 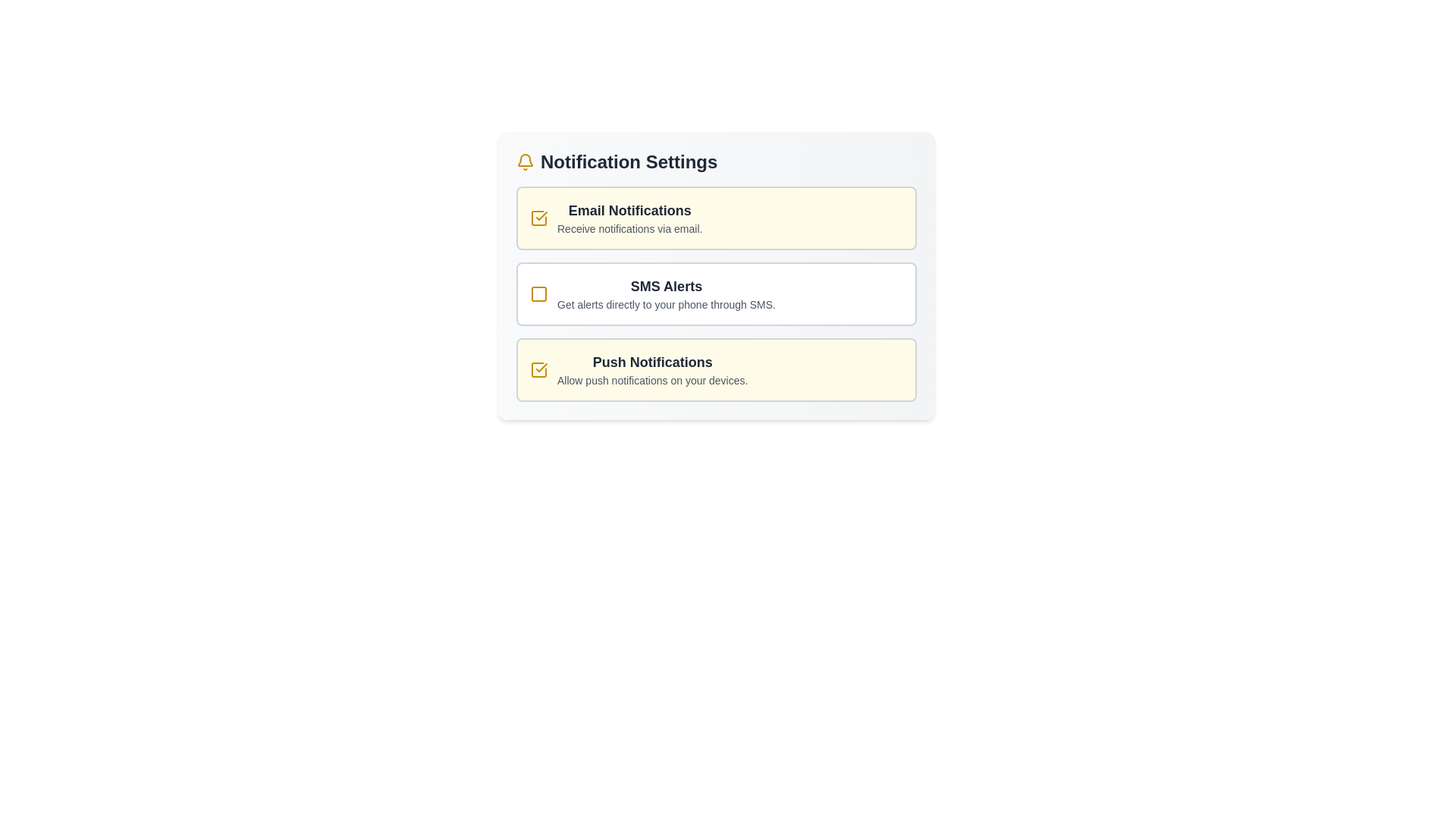 What do you see at coordinates (538, 294) in the screenshot?
I see `the appearance of the small hollow square icon with a yellow outline located to the left of the 'SMS Alerts' heading text` at bounding box center [538, 294].